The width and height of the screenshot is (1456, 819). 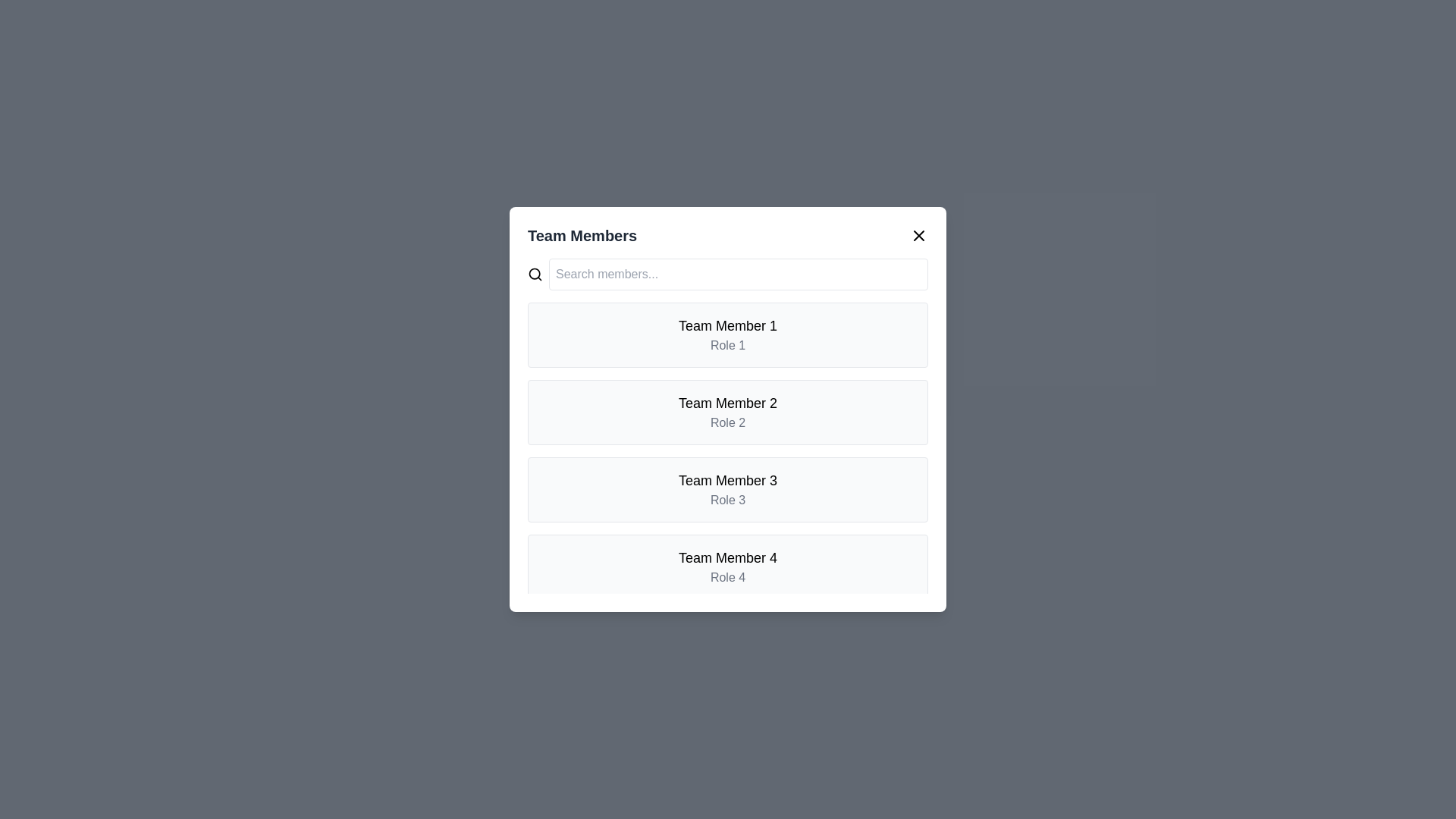 I want to click on the card of team member Team Member 2, so click(x=728, y=412).